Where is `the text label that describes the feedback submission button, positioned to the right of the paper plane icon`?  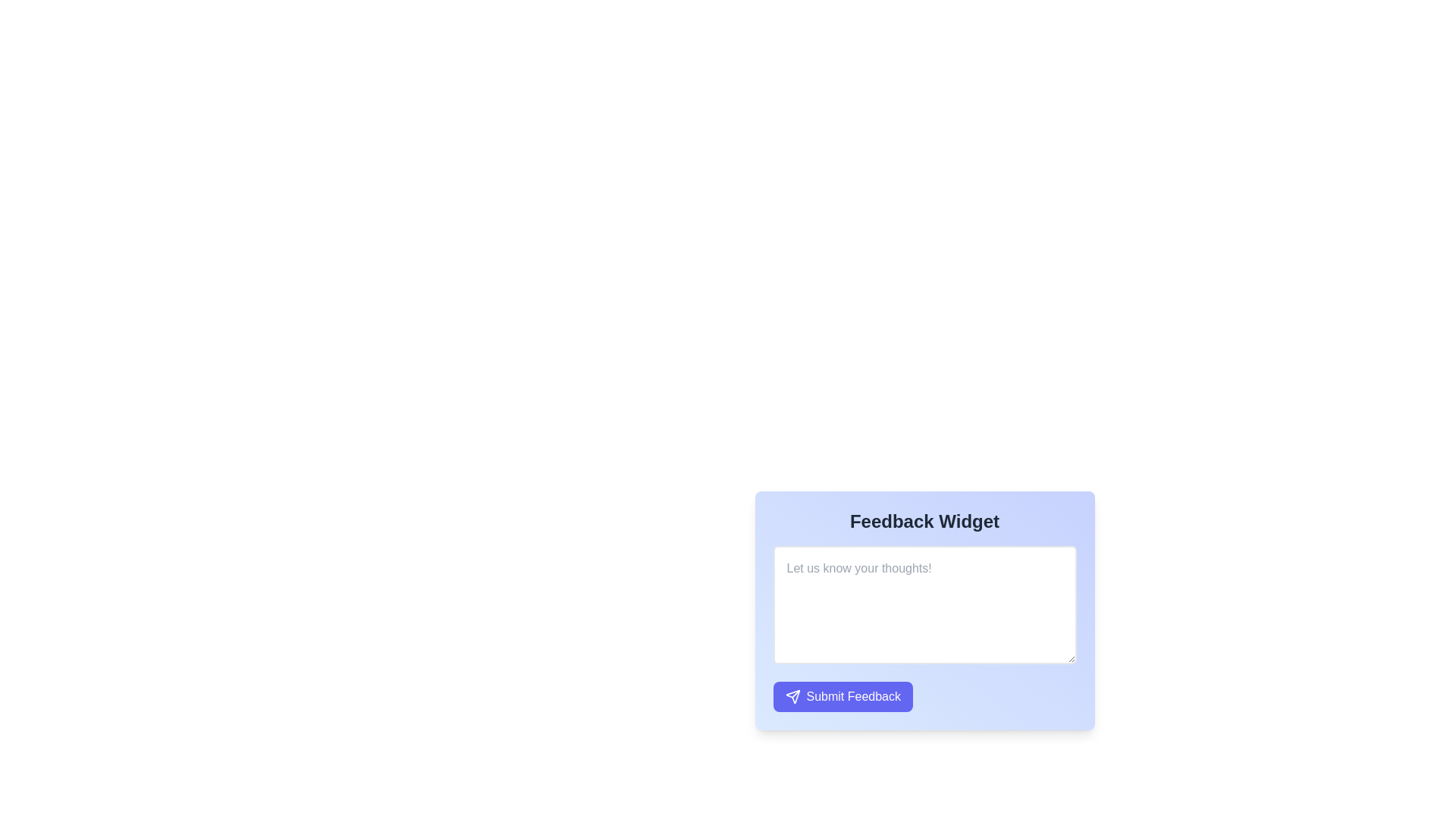 the text label that describes the feedback submission button, positioned to the right of the paper plane icon is located at coordinates (853, 696).